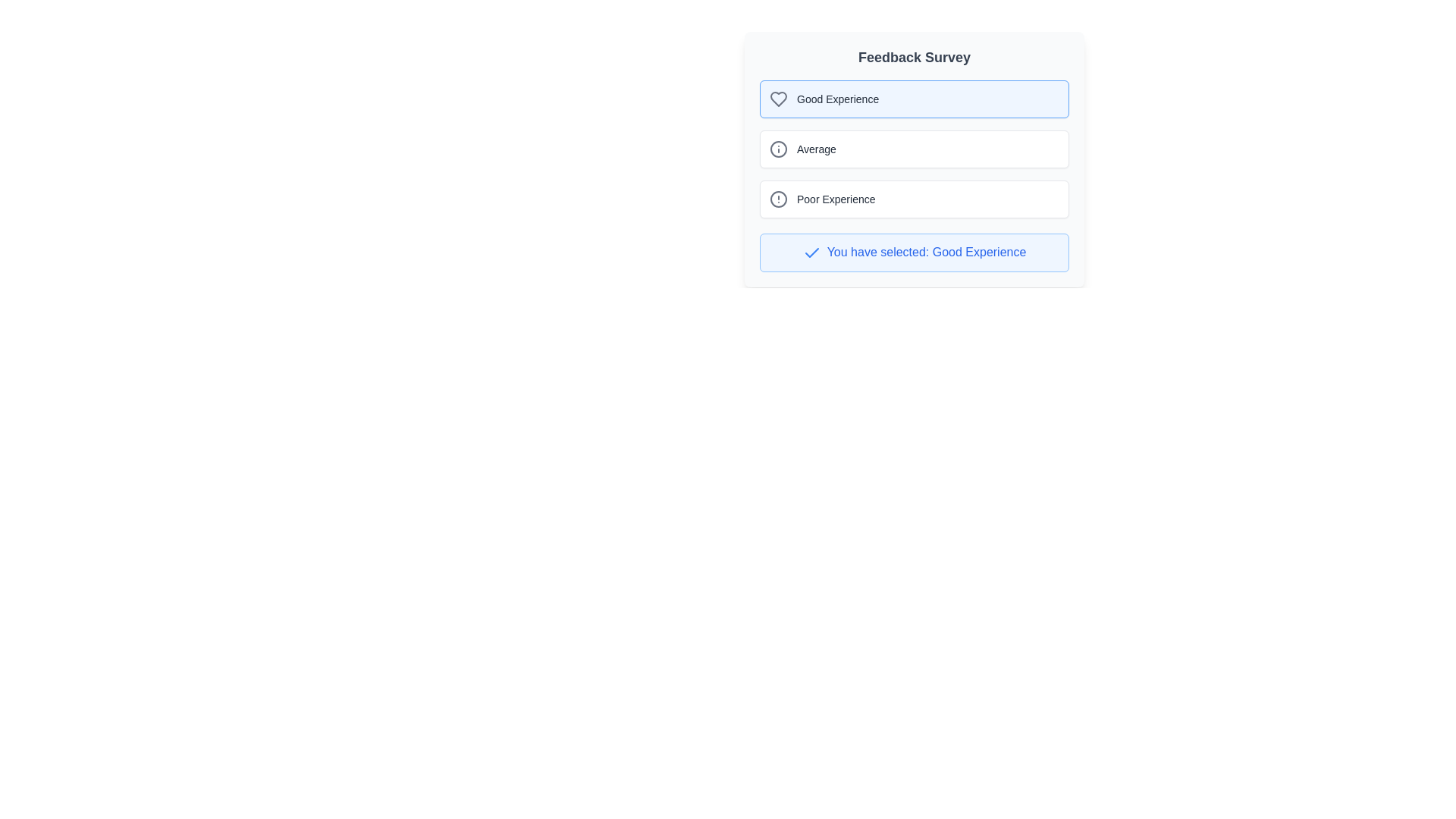  I want to click on the static text label displaying 'Average' that is part of the feedback form, positioned to the right of the circular icon with an 'i' symbol, so click(815, 149).